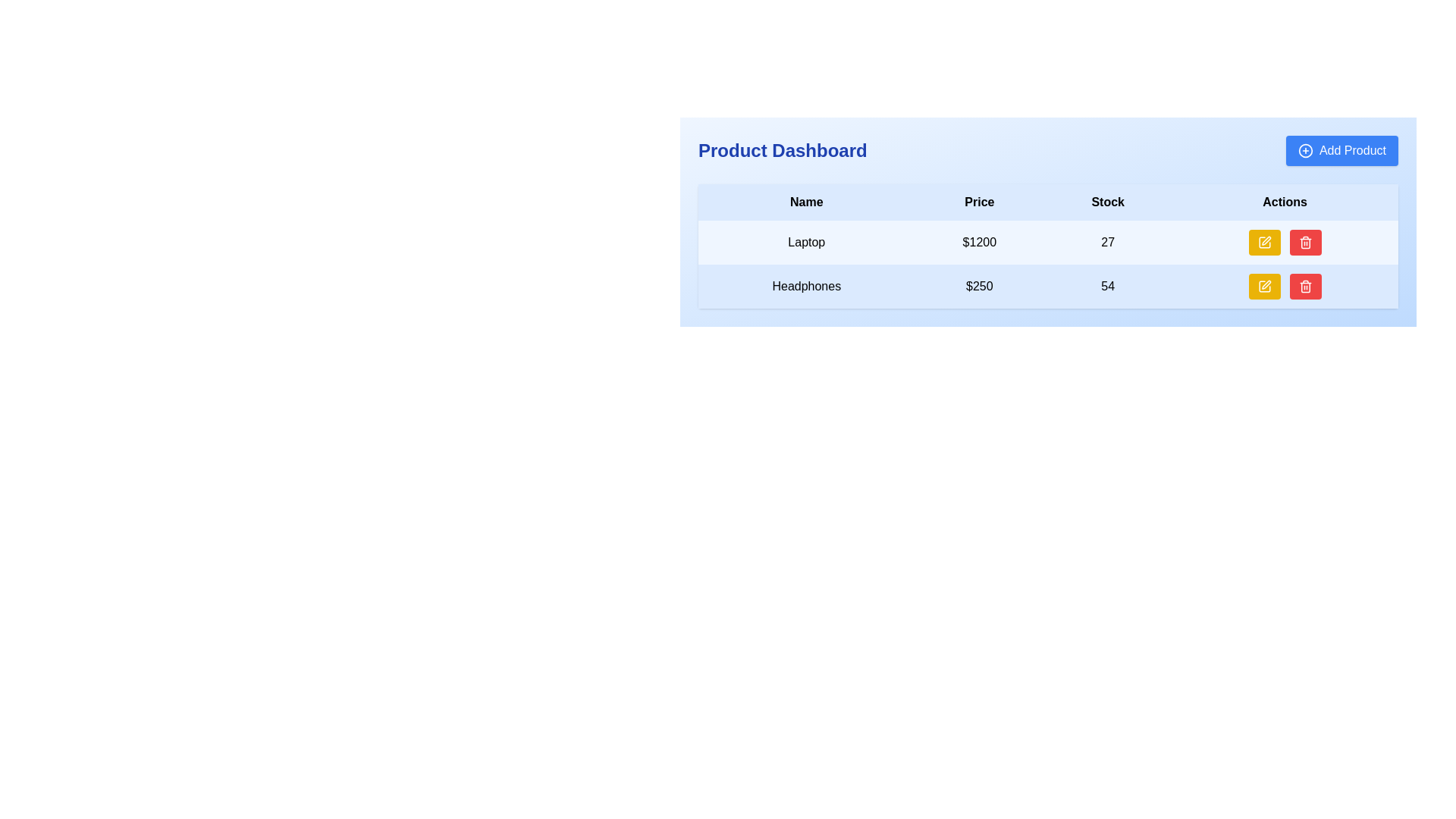 The height and width of the screenshot is (819, 1456). Describe the element at coordinates (1304, 243) in the screenshot. I see `the main rectangle of the trash can icon, which represents the delete function in the Actions column of the table` at that location.